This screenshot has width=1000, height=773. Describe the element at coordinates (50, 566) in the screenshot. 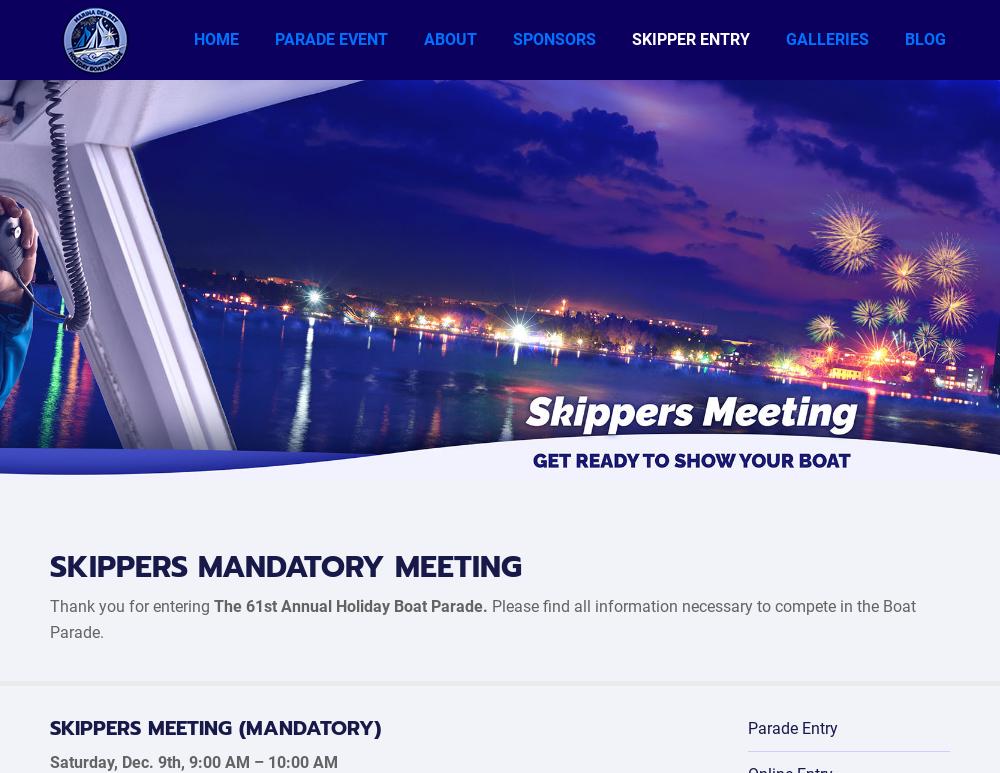

I see `'SKIPPERS MANDATORY MEETING'` at that location.